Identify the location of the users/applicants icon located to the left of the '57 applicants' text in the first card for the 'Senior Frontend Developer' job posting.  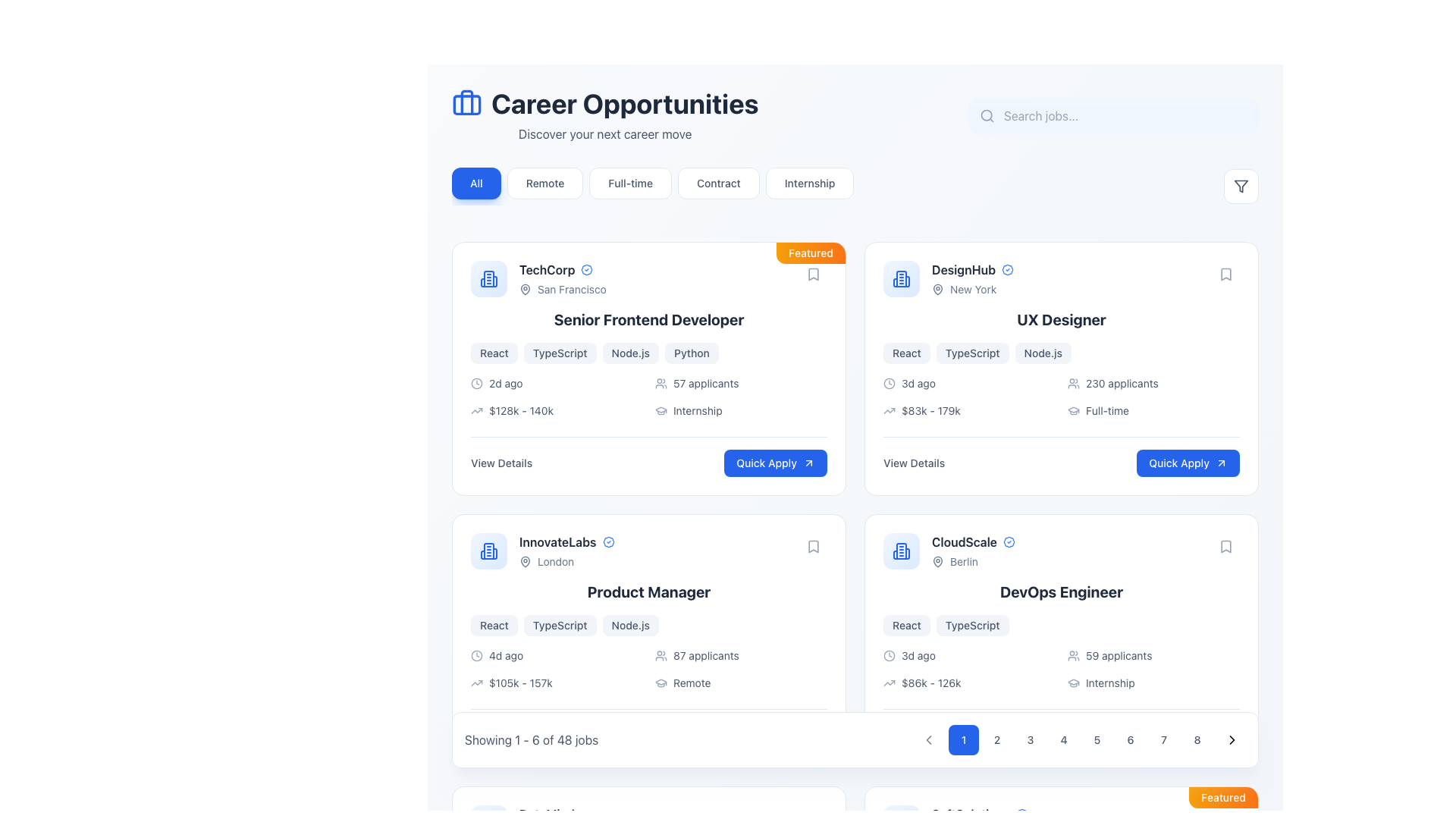
(661, 382).